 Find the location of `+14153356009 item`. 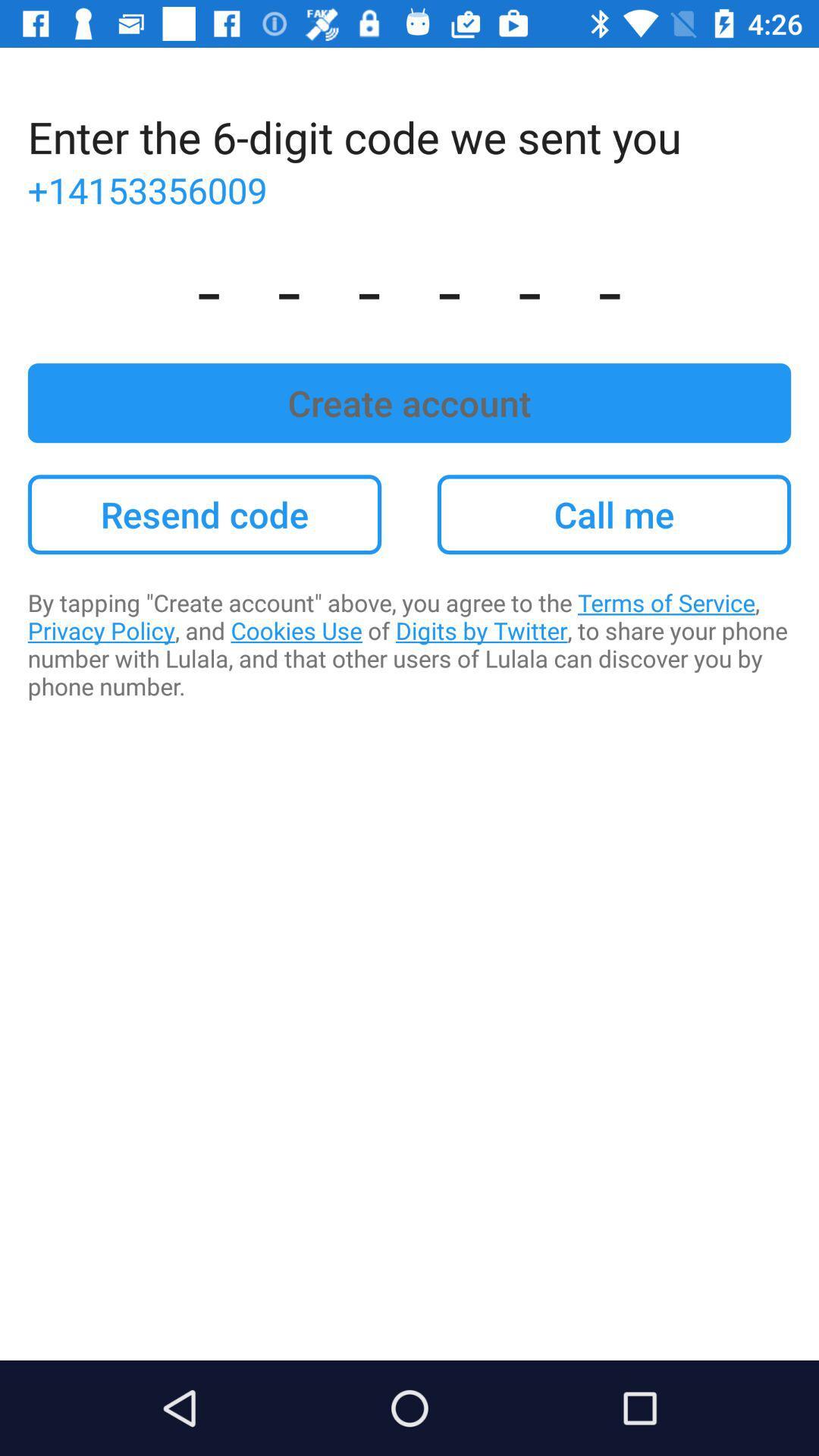

+14153356009 item is located at coordinates (409, 189).